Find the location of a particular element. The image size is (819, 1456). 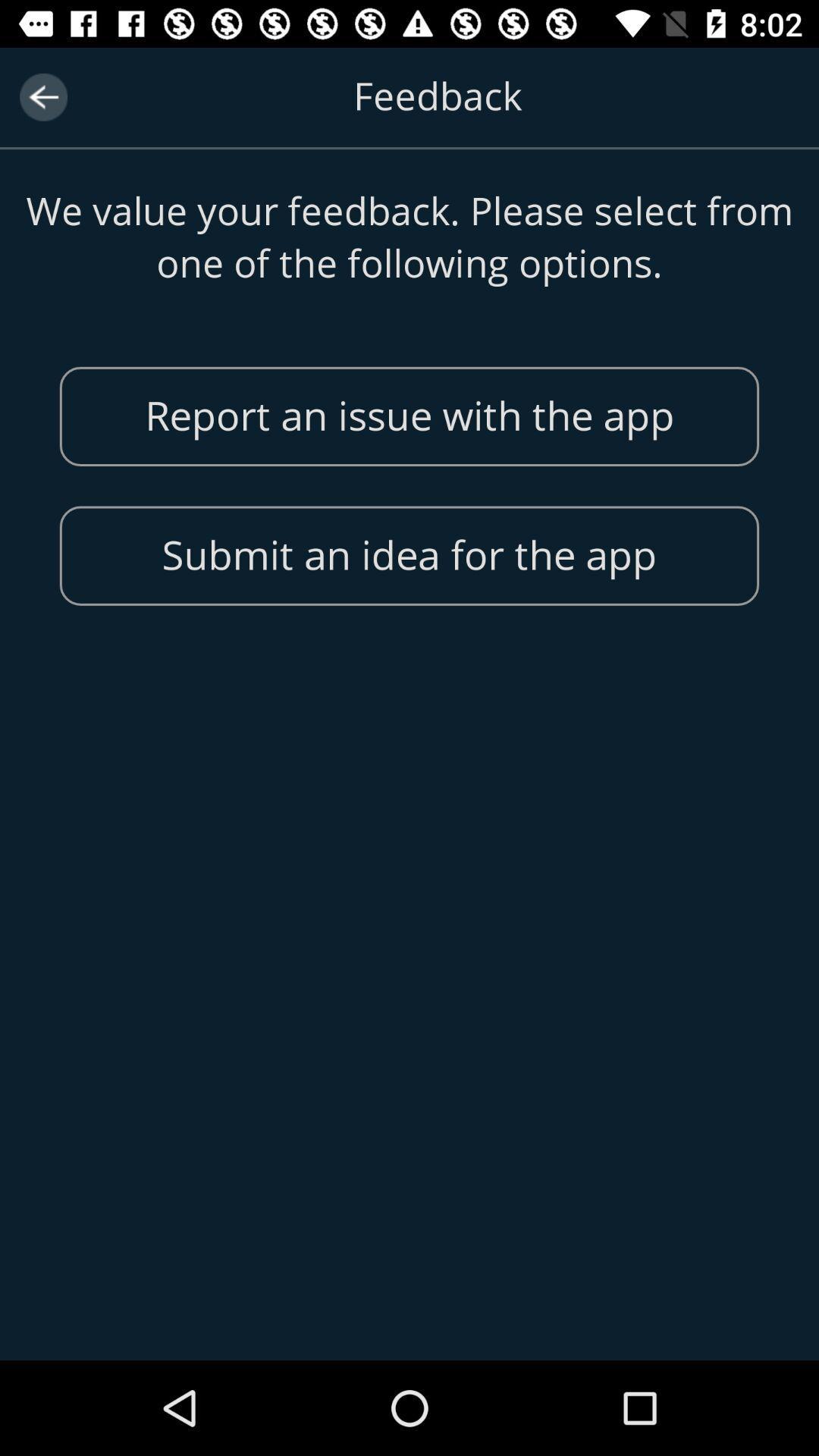

the arrow_backward icon is located at coordinates (42, 96).